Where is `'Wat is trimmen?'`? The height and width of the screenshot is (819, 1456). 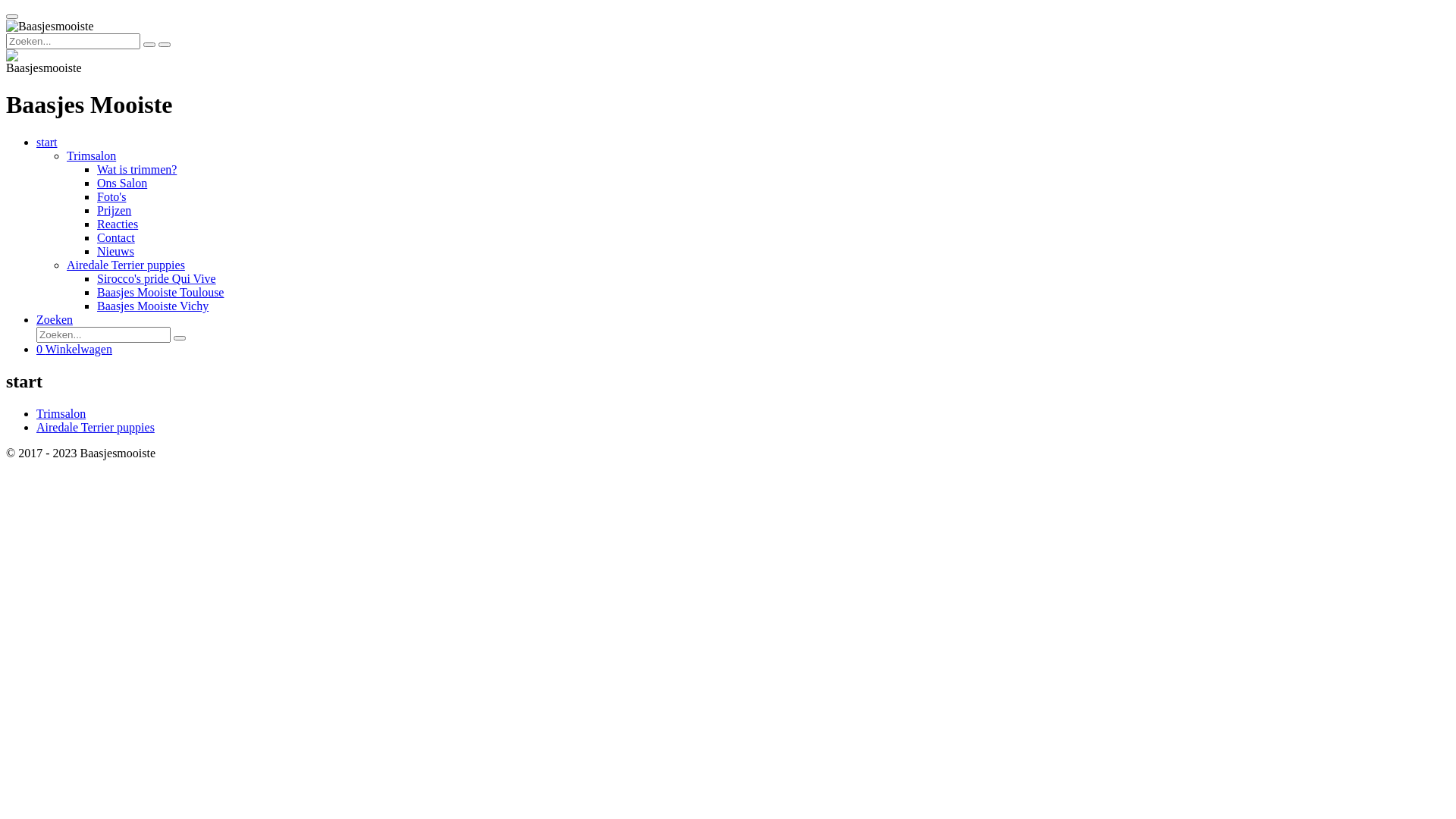
'Wat is trimmen?' is located at coordinates (96, 169).